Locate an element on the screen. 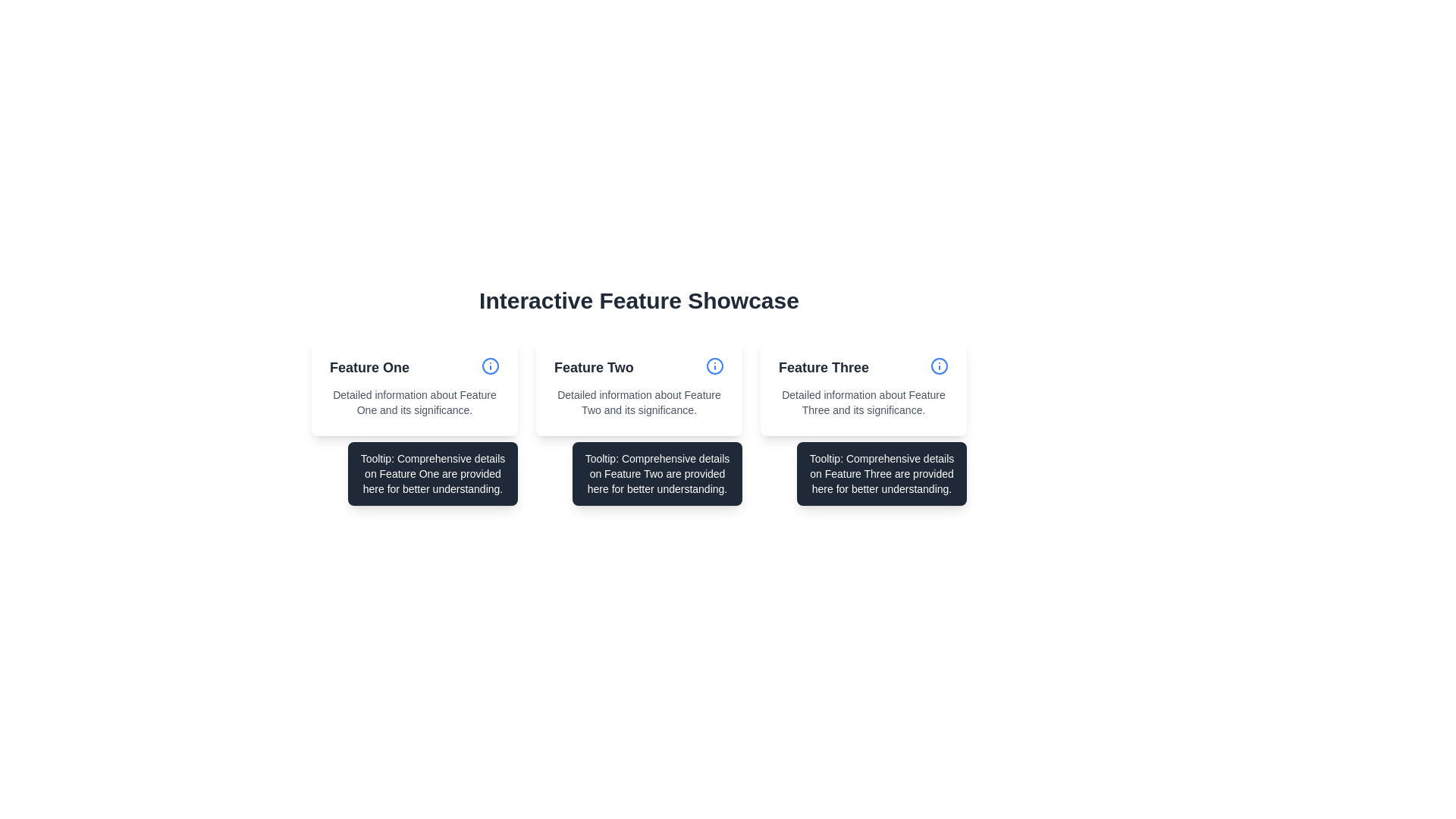 The width and height of the screenshot is (1456, 819). the text element that reads 'Detailed information about Feature Two and its significance', which is located below the header 'Feature Two' in the center panel is located at coordinates (639, 402).